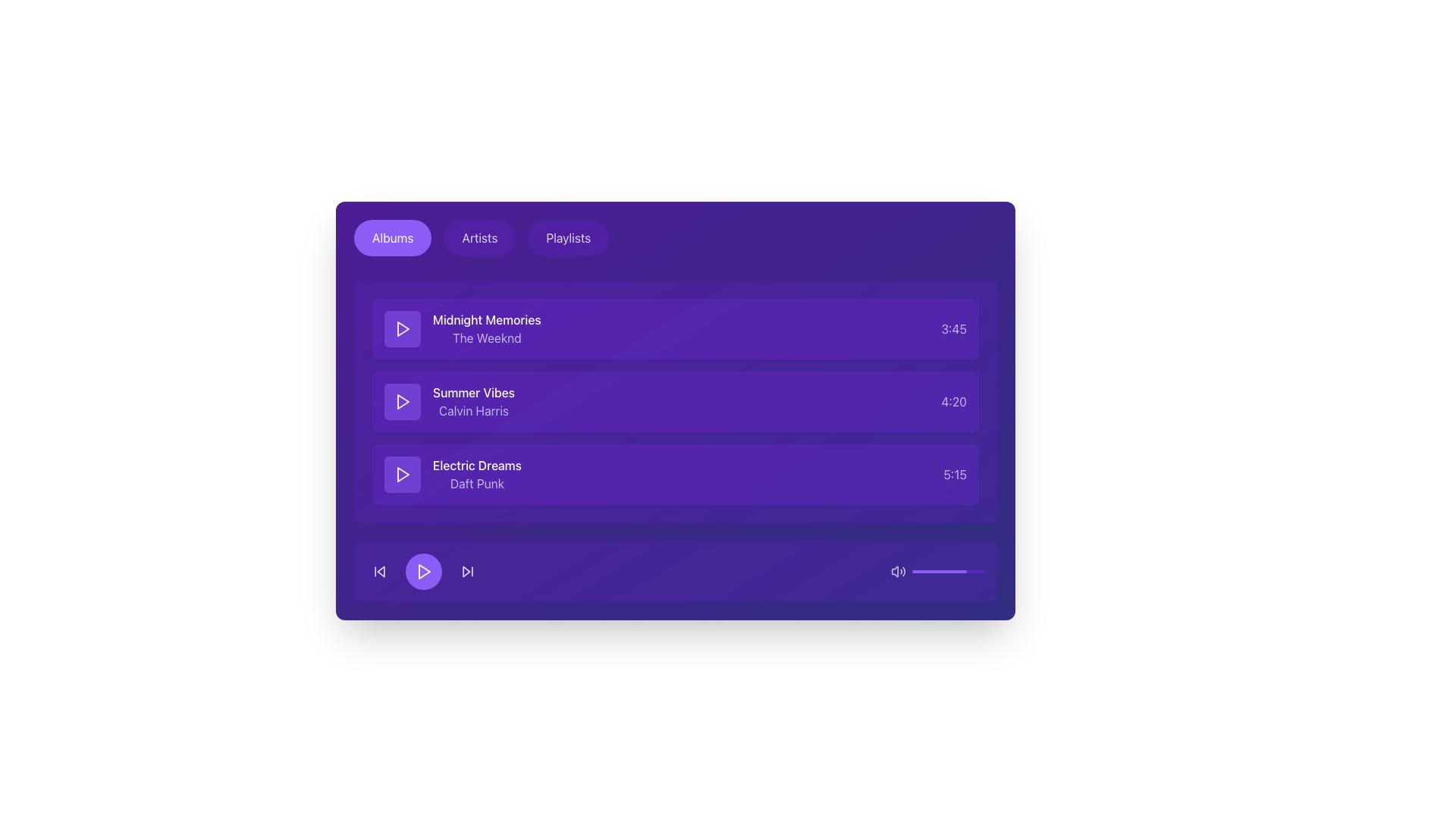 The image size is (1456, 819). I want to click on the time duration display showing '5:15' in violet text color, located on the far-right edge of the track listing card, so click(954, 473).